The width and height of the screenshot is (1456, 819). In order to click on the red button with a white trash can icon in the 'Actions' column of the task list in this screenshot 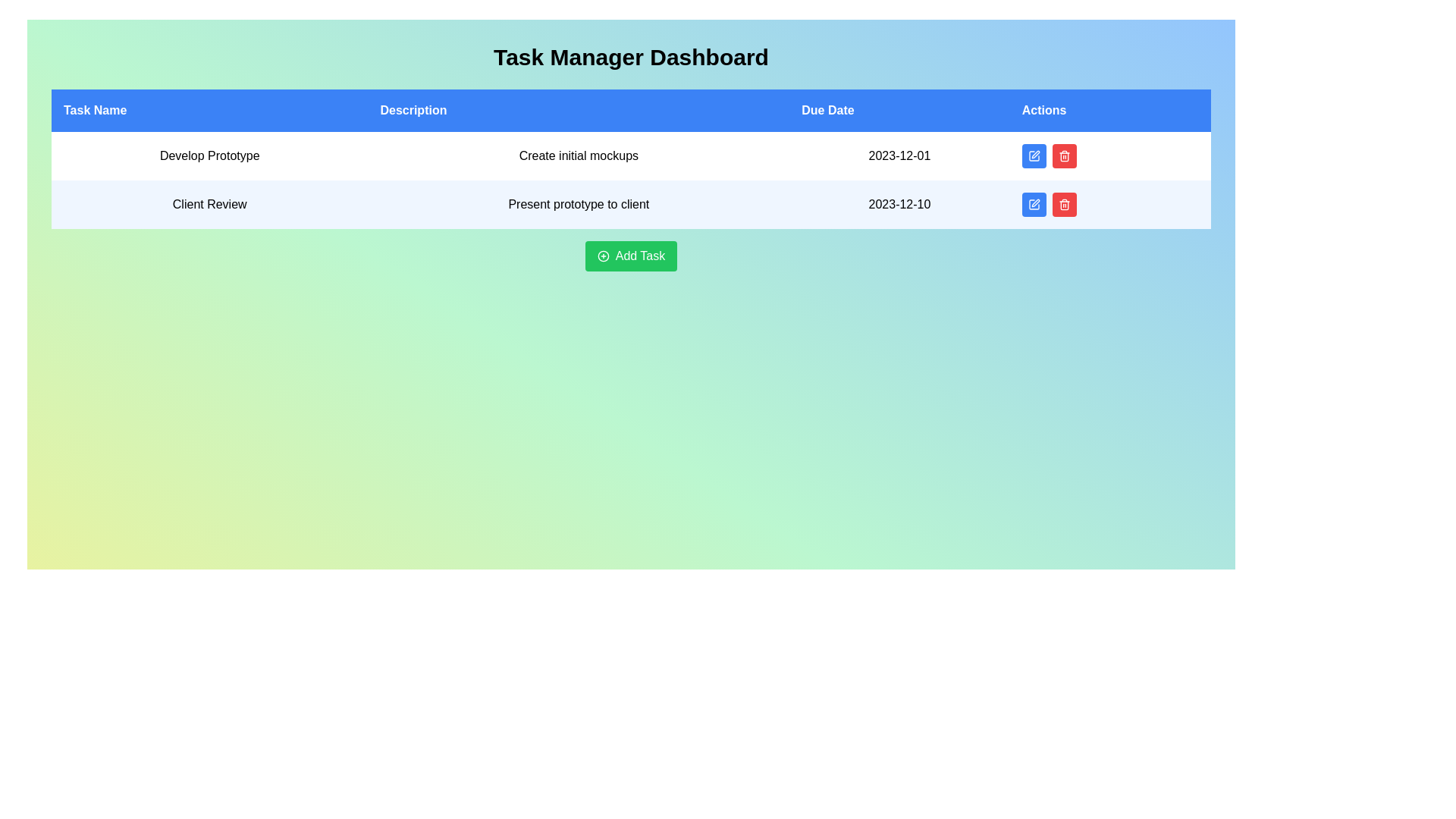, I will do `click(1063, 155)`.